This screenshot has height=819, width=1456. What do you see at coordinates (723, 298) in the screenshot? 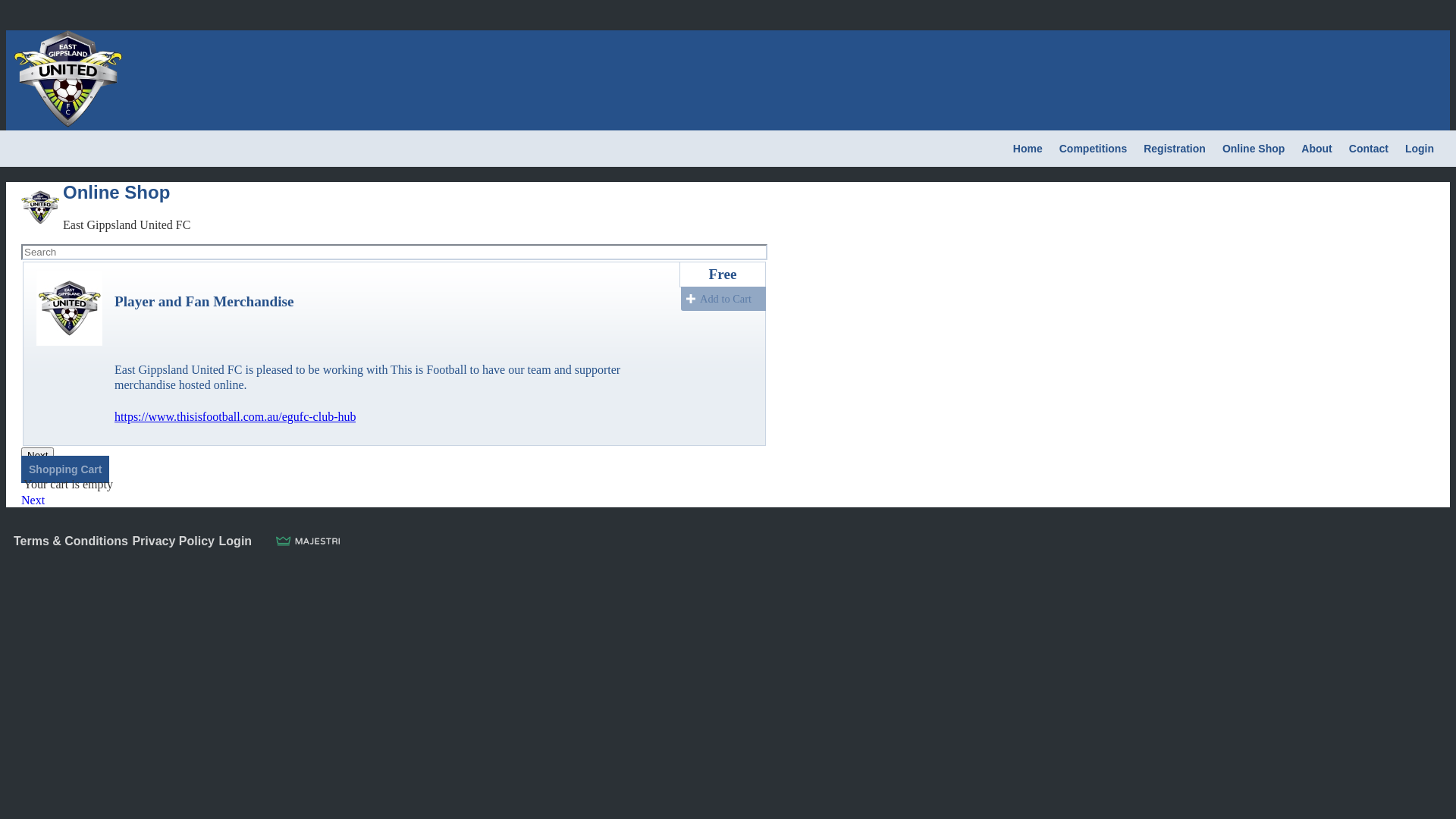
I see `'Add to Cart'` at bounding box center [723, 298].